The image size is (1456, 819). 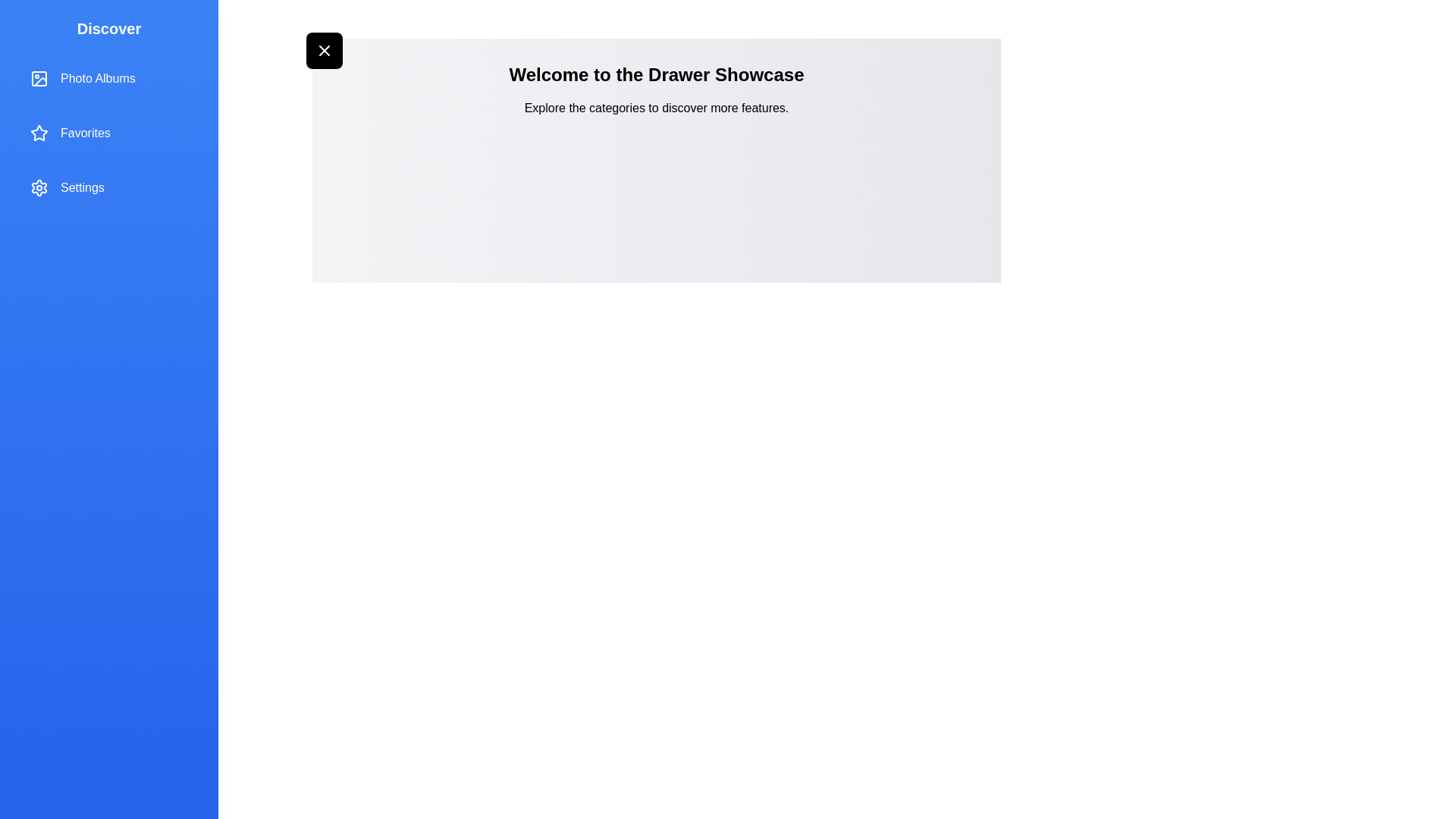 What do you see at coordinates (39, 79) in the screenshot?
I see `the icon associated with Photo Albums in the drawer` at bounding box center [39, 79].